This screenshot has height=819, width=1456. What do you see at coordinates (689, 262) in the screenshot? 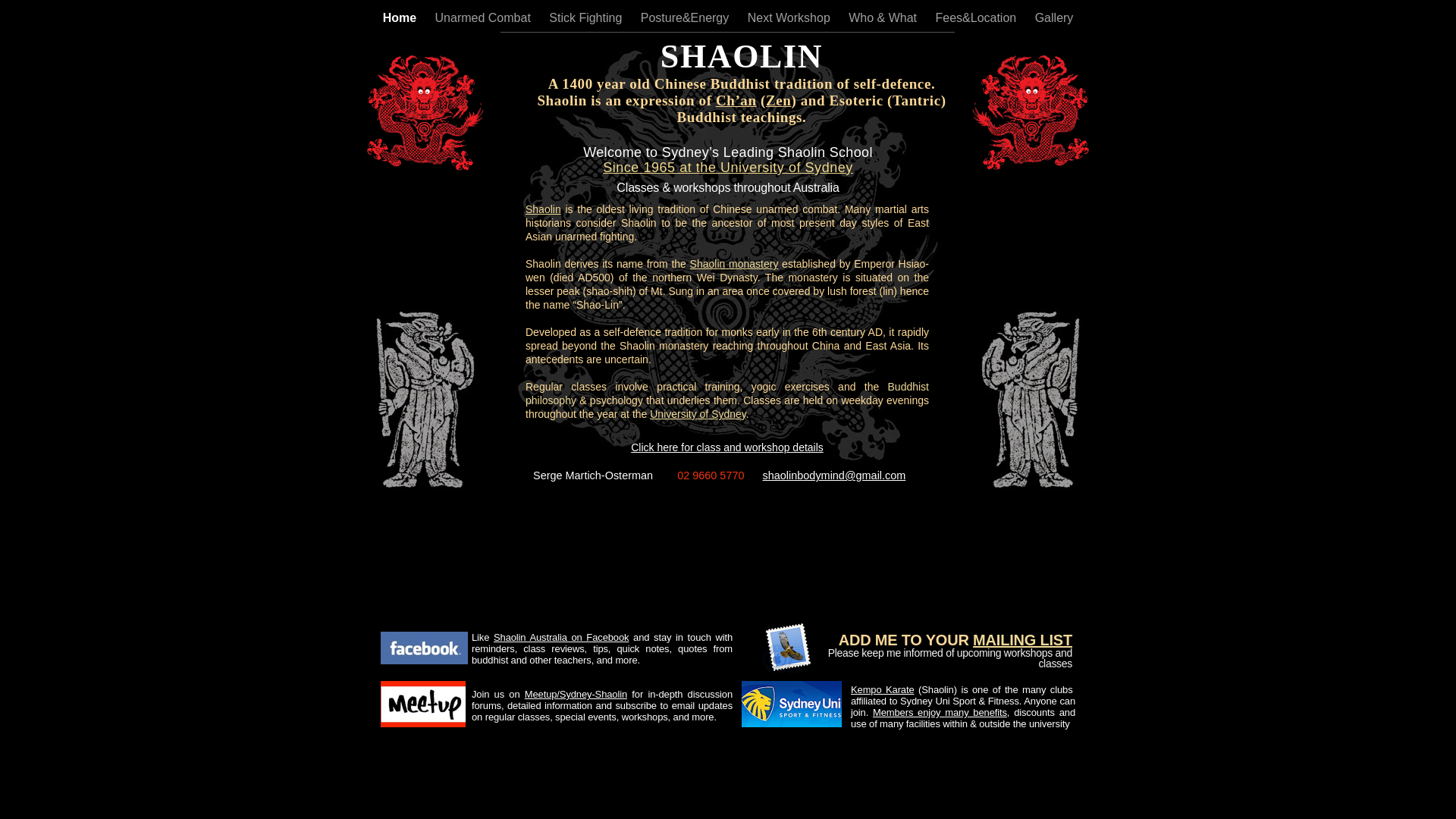
I see `'Shaolin monastery'` at bounding box center [689, 262].